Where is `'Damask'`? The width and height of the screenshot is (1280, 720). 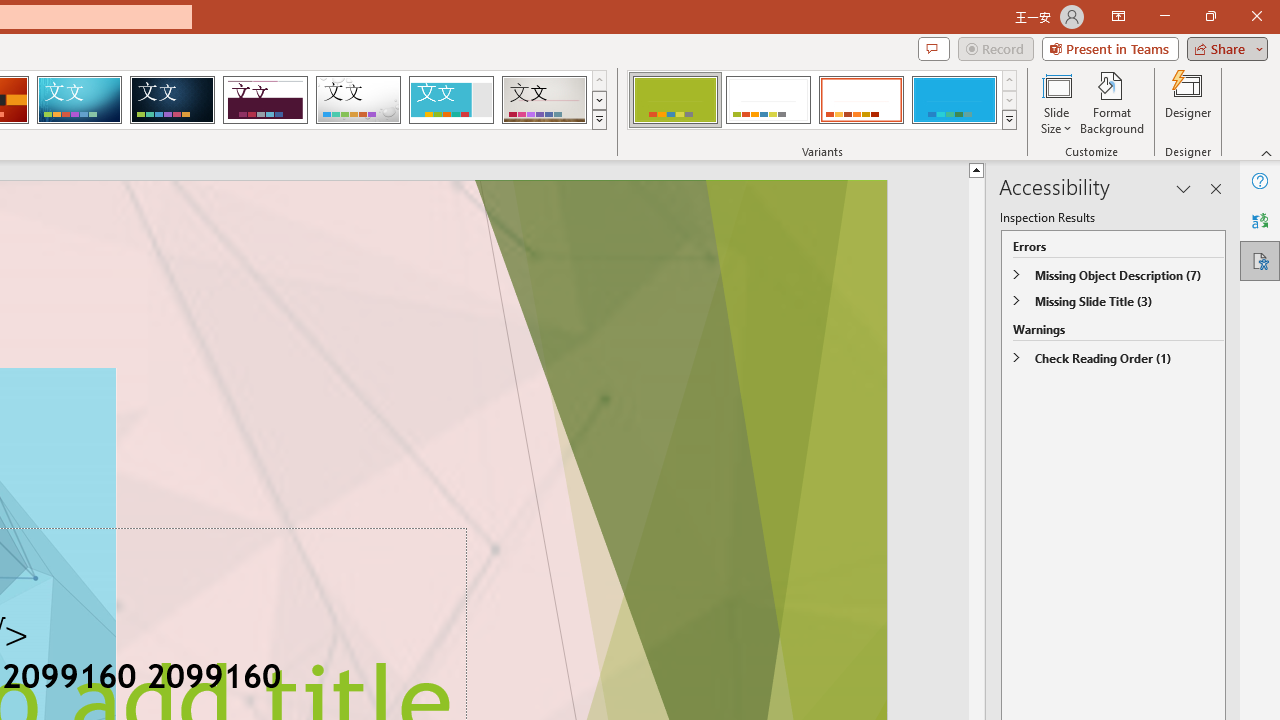 'Damask' is located at coordinates (172, 100).